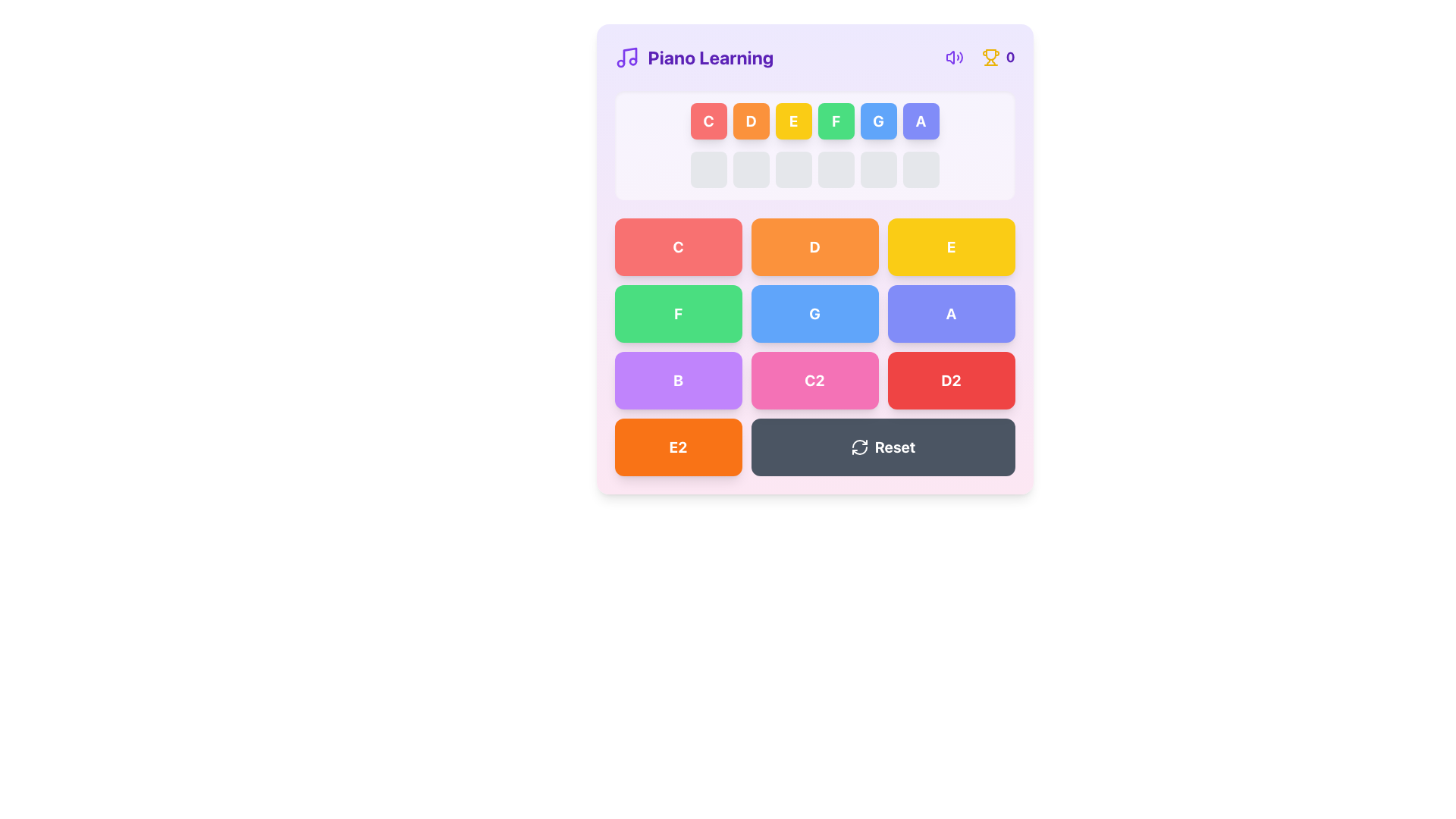 Image resolution: width=1456 pixels, height=819 pixels. Describe the element at coordinates (990, 57) in the screenshot. I see `the achievement icon located at the top-right corner of the interface, which visually represents an achievement or milestone` at that location.